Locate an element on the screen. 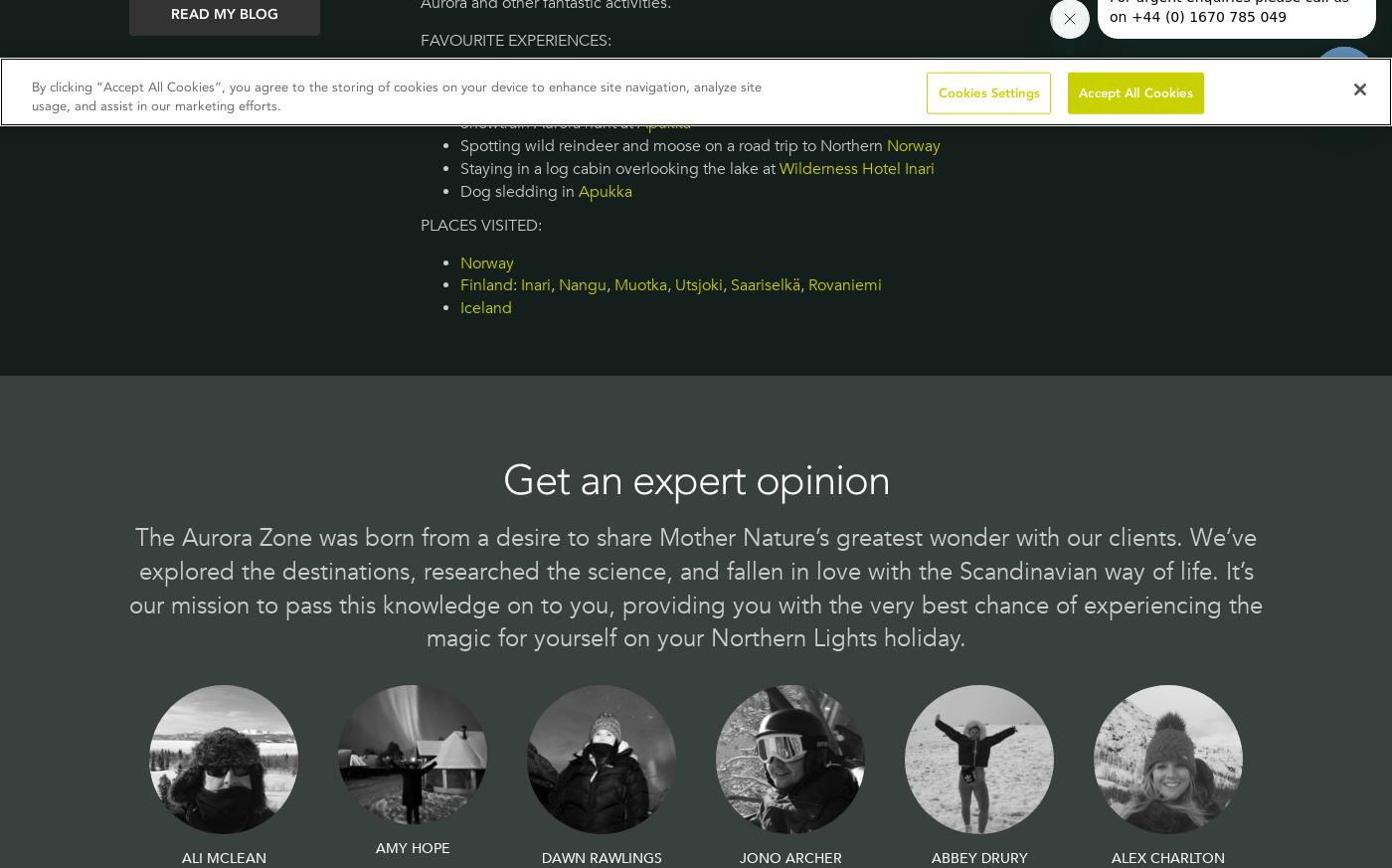 The image size is (1392, 868). ':' is located at coordinates (515, 285).